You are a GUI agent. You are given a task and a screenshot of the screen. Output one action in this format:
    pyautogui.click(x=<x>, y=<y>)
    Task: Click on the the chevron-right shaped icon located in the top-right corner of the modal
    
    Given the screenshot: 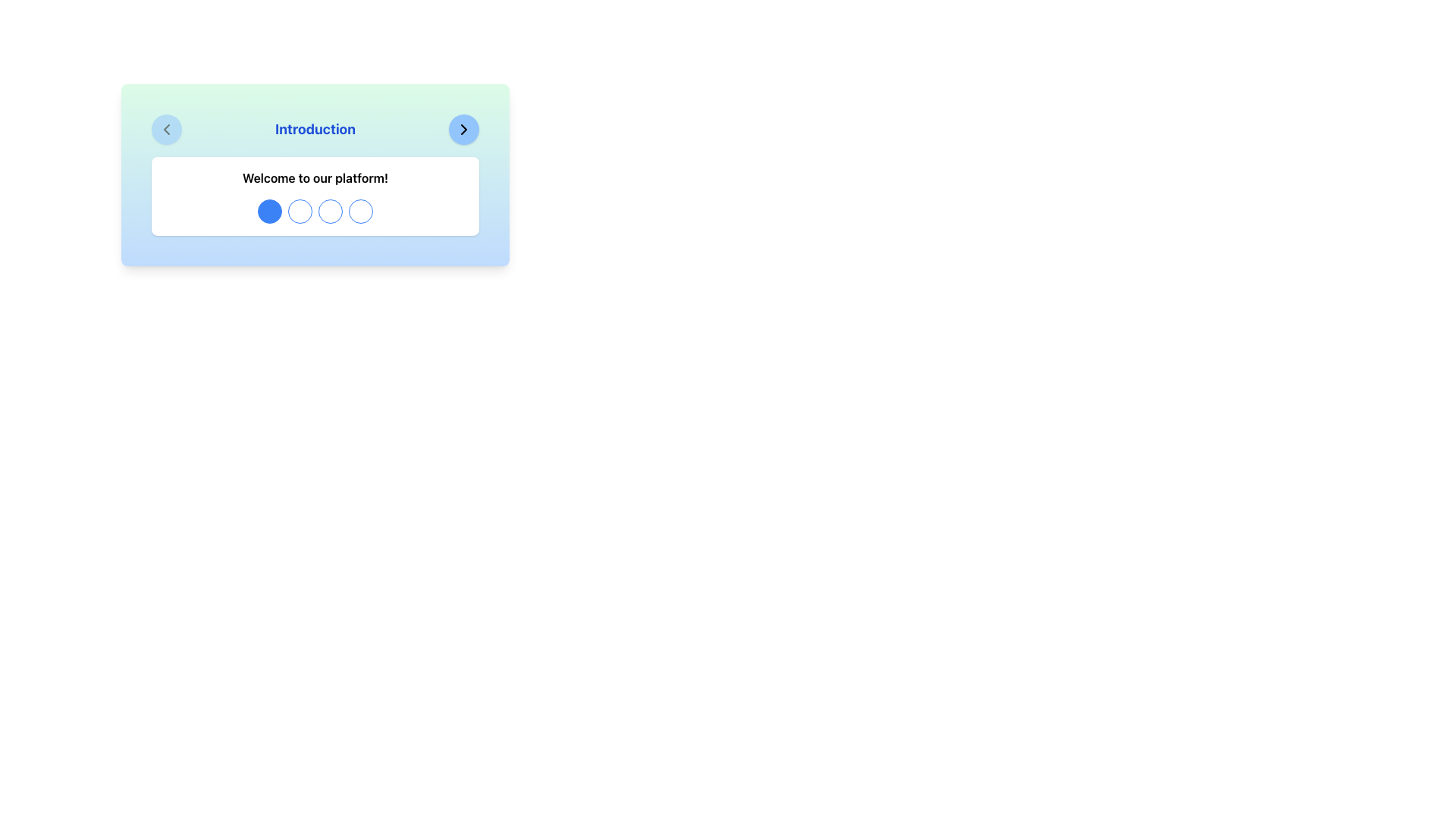 What is the action you would take?
    pyautogui.click(x=463, y=128)
    